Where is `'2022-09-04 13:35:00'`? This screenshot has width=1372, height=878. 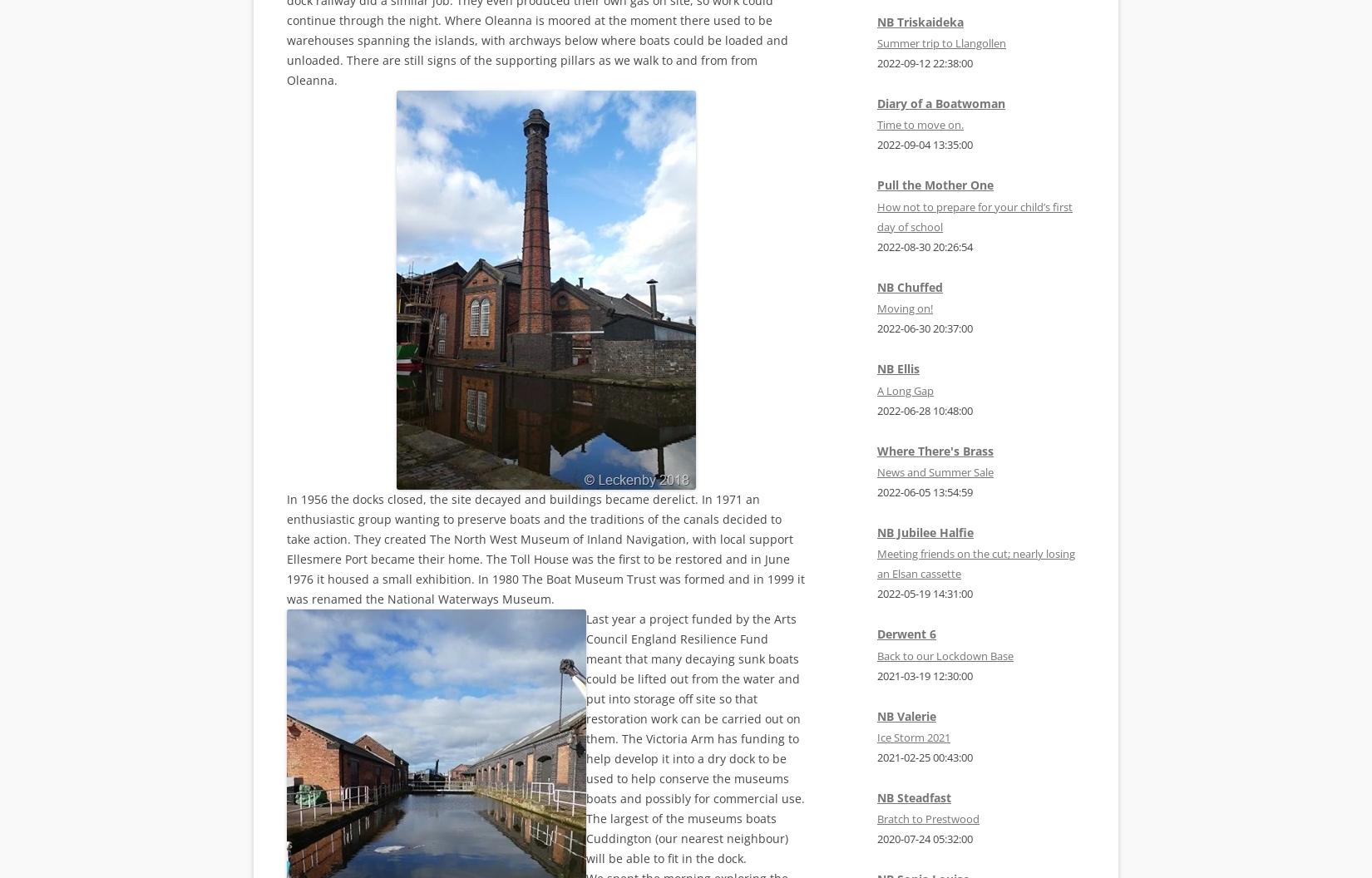 '2022-09-04 13:35:00' is located at coordinates (877, 145).